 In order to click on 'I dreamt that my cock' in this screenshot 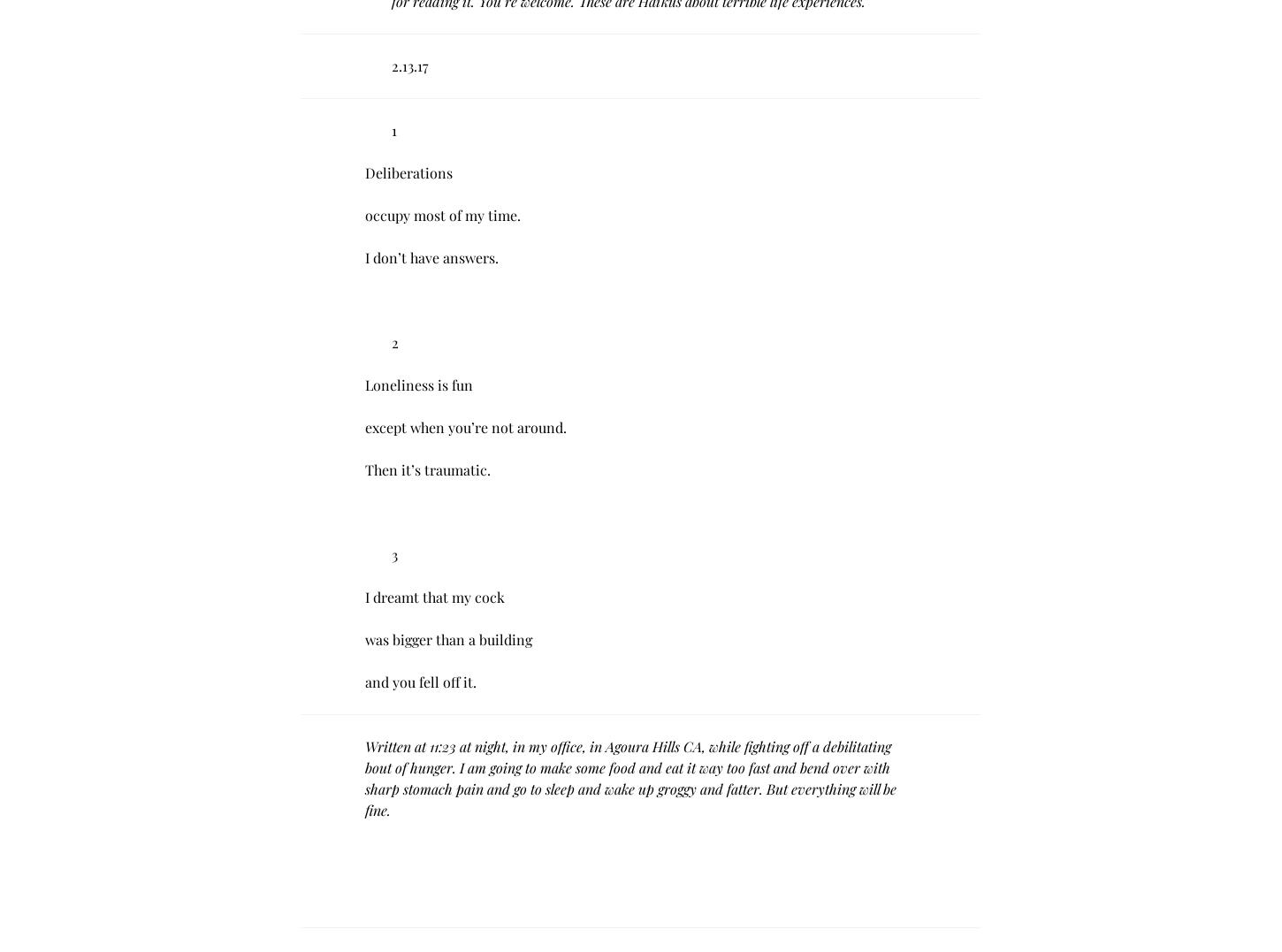, I will do `click(434, 596)`.